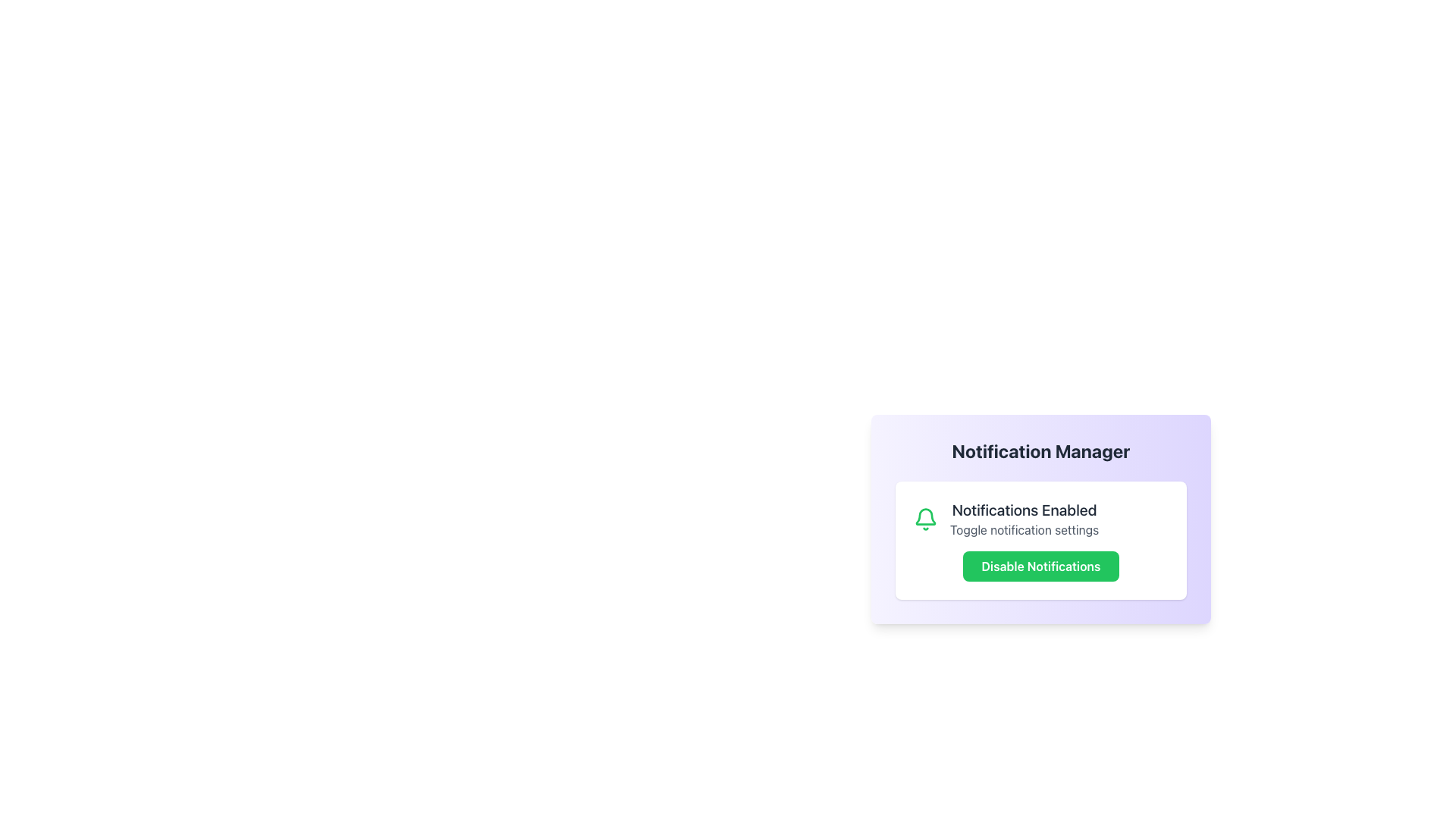 This screenshot has width=1456, height=819. Describe the element at coordinates (1025, 519) in the screenshot. I see `notification status text that indicates notifications are enabled and provides a subtitle for toggling notification settings, which is located to the right of the green bell icon` at that location.